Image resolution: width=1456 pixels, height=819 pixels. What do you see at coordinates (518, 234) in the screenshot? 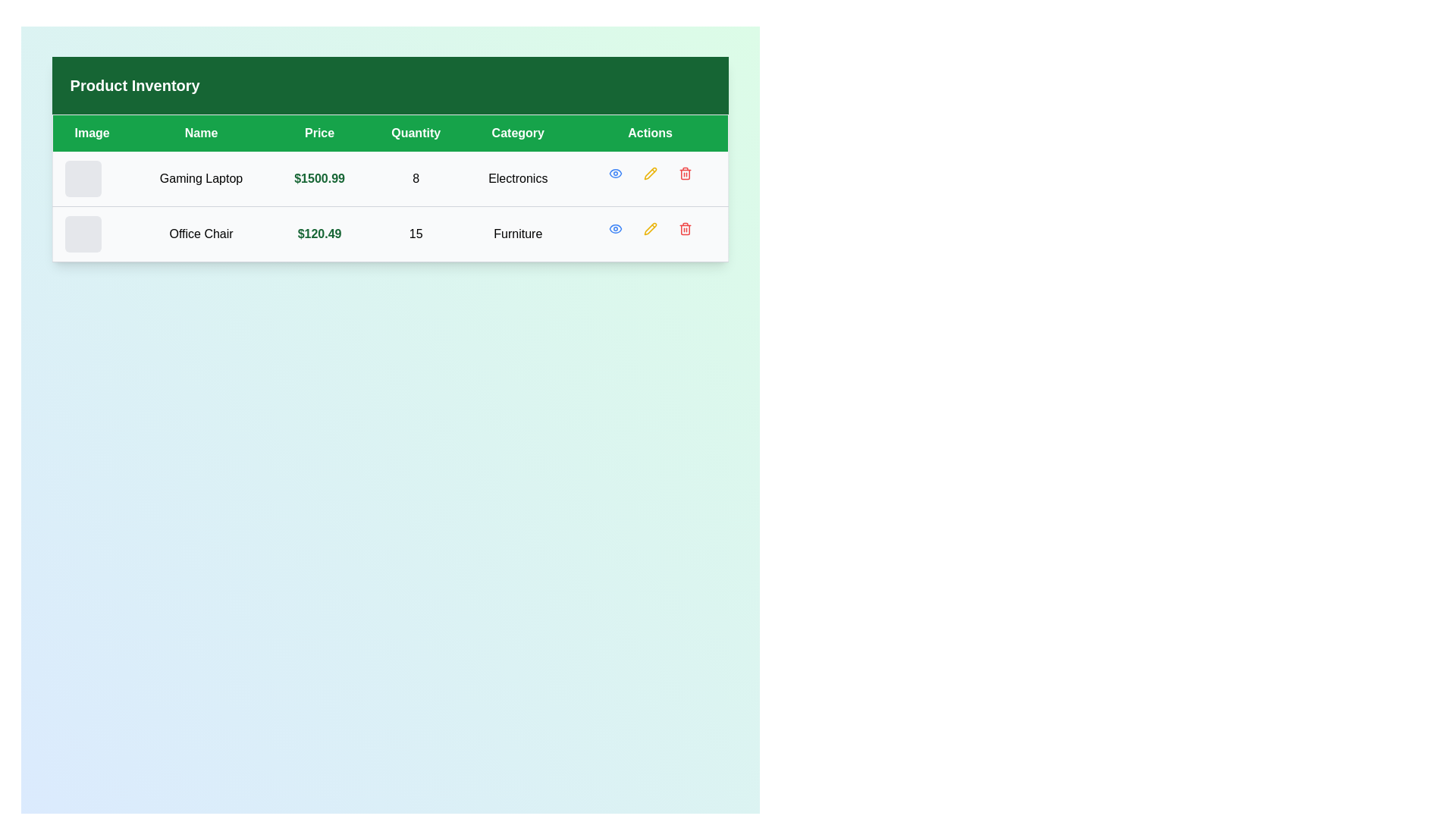
I see `the 'Furniture' text label displayed in black font within the white rectangular area in the 'Category' column of the second row of the table` at bounding box center [518, 234].